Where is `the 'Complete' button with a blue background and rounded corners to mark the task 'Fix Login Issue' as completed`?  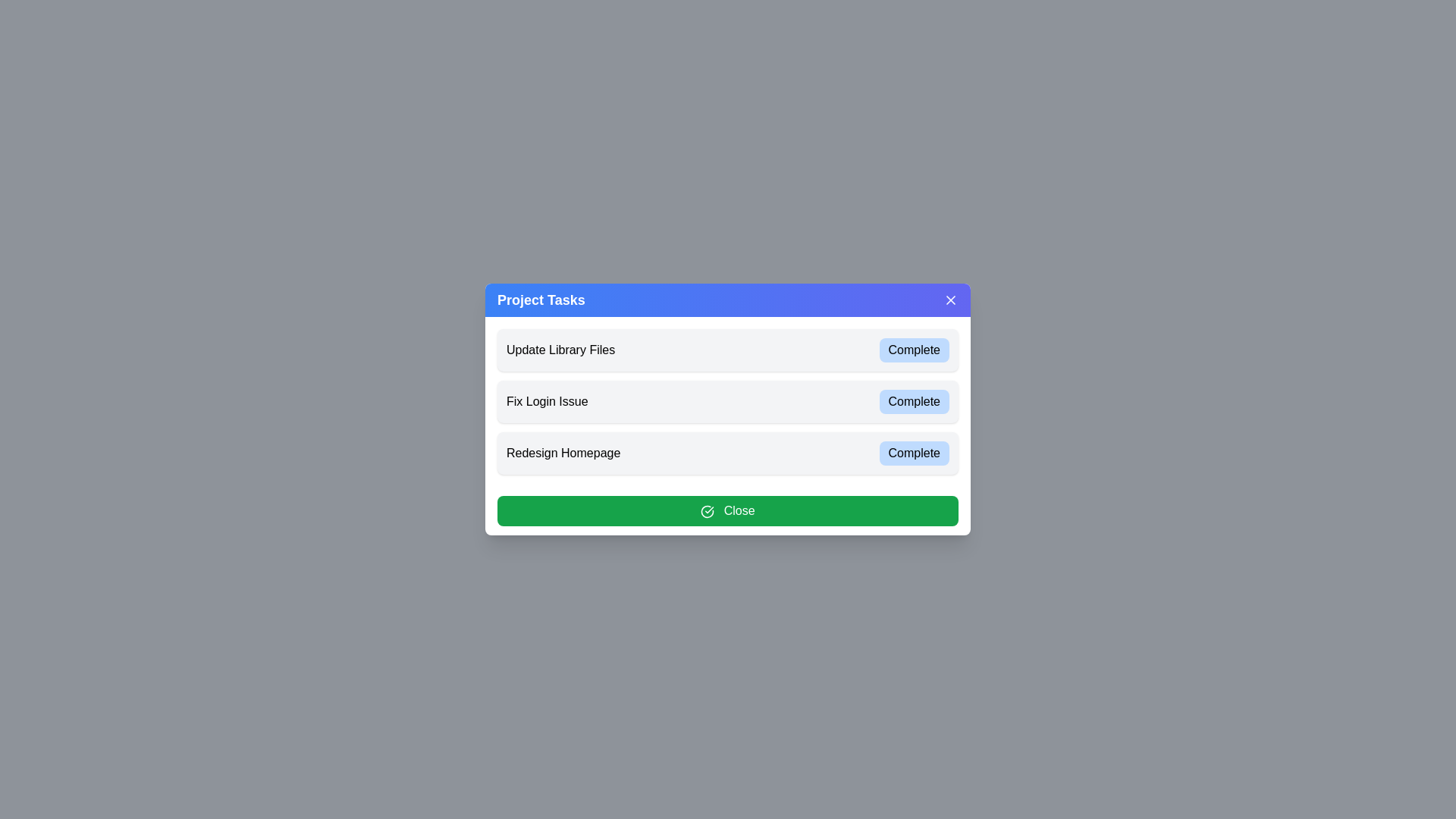
the 'Complete' button with a blue background and rounded corners to mark the task 'Fix Login Issue' as completed is located at coordinates (913, 400).